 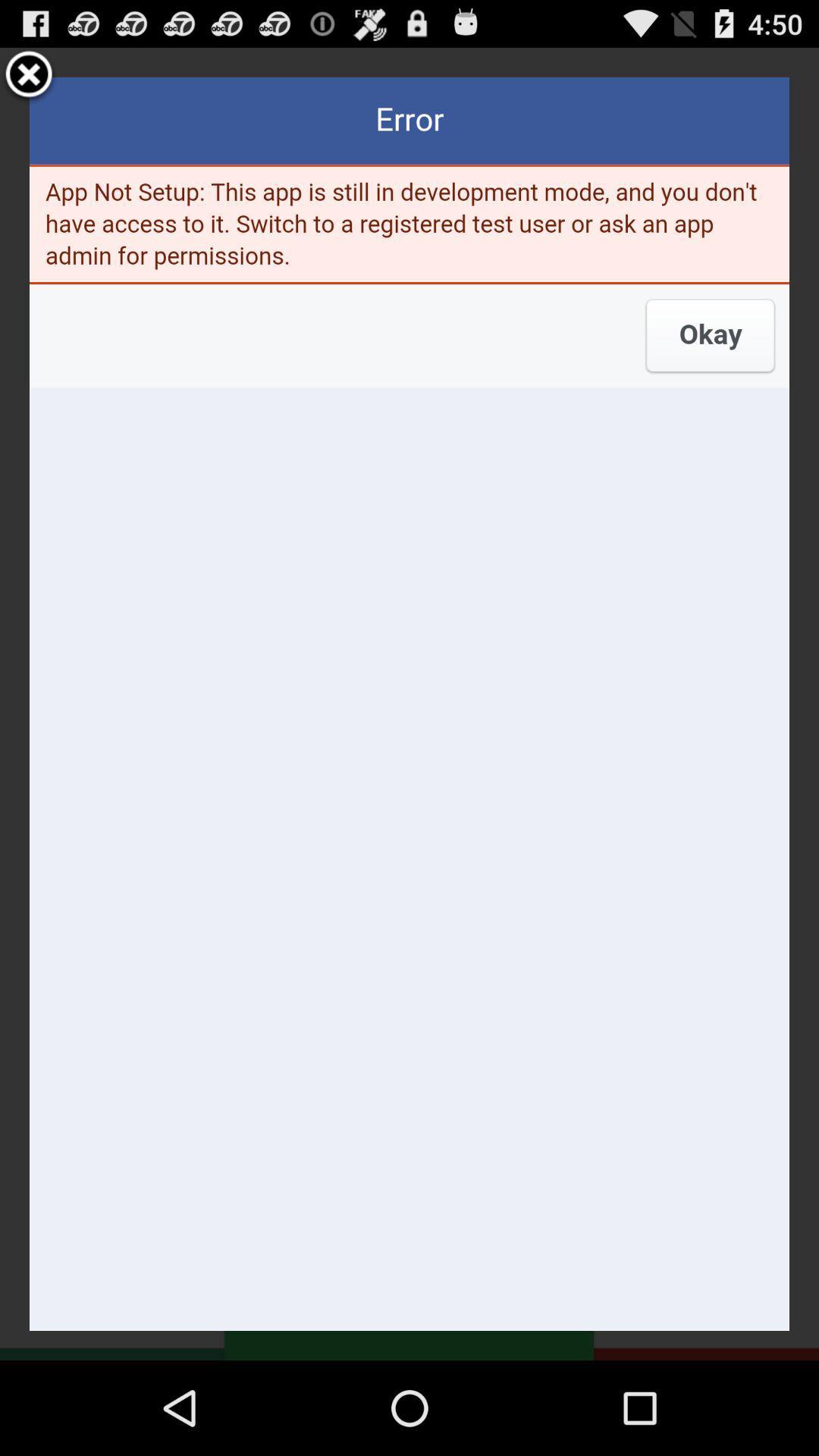 What do you see at coordinates (29, 76) in the screenshot?
I see `the page` at bounding box center [29, 76].